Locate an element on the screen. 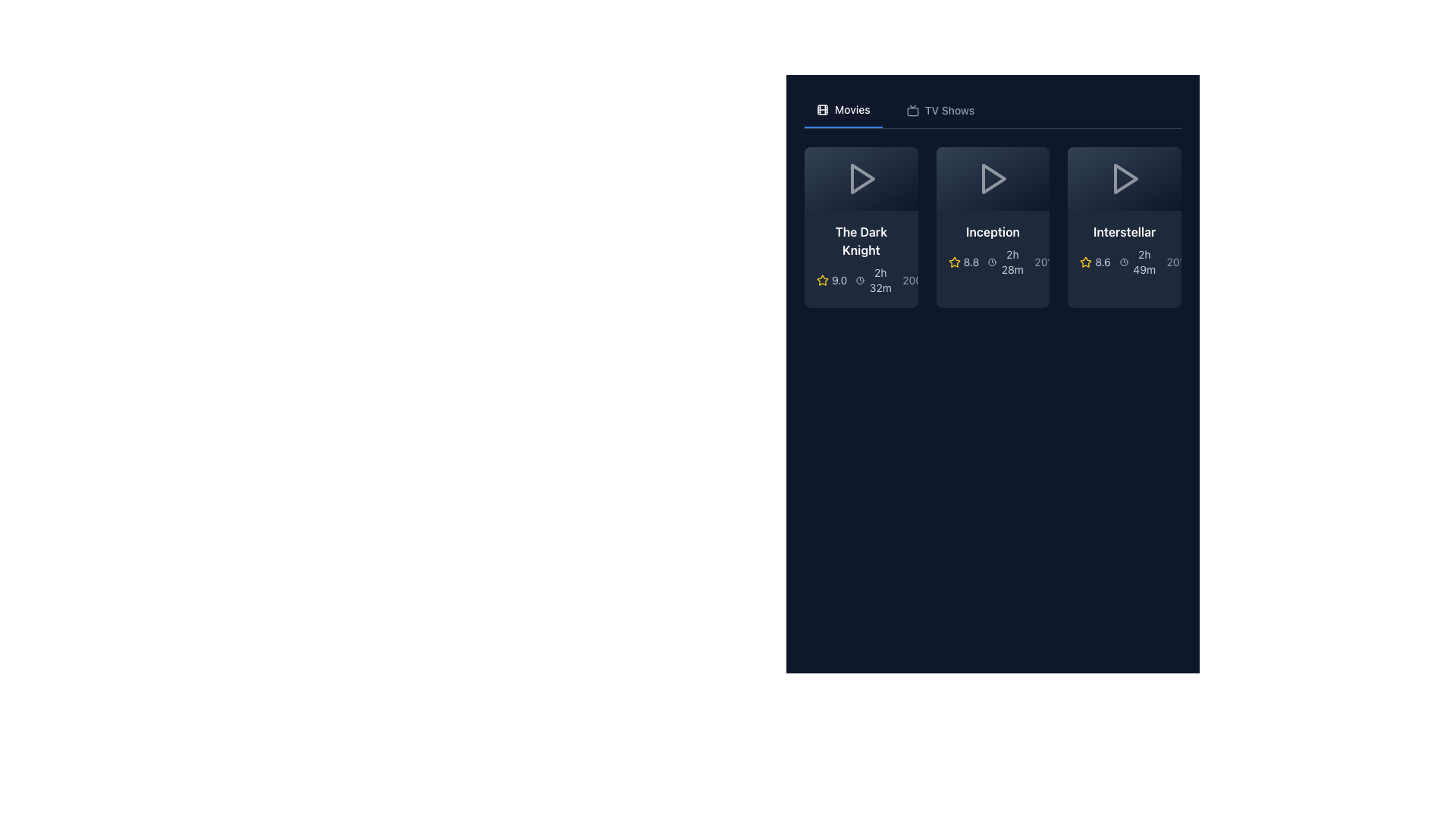  the informational grouping of text and icons related to the movie 'Interstellar', which displays the rating '8.6', a star icon, the duration '2h 49m', and the release year '2014' is located at coordinates (1125, 262).